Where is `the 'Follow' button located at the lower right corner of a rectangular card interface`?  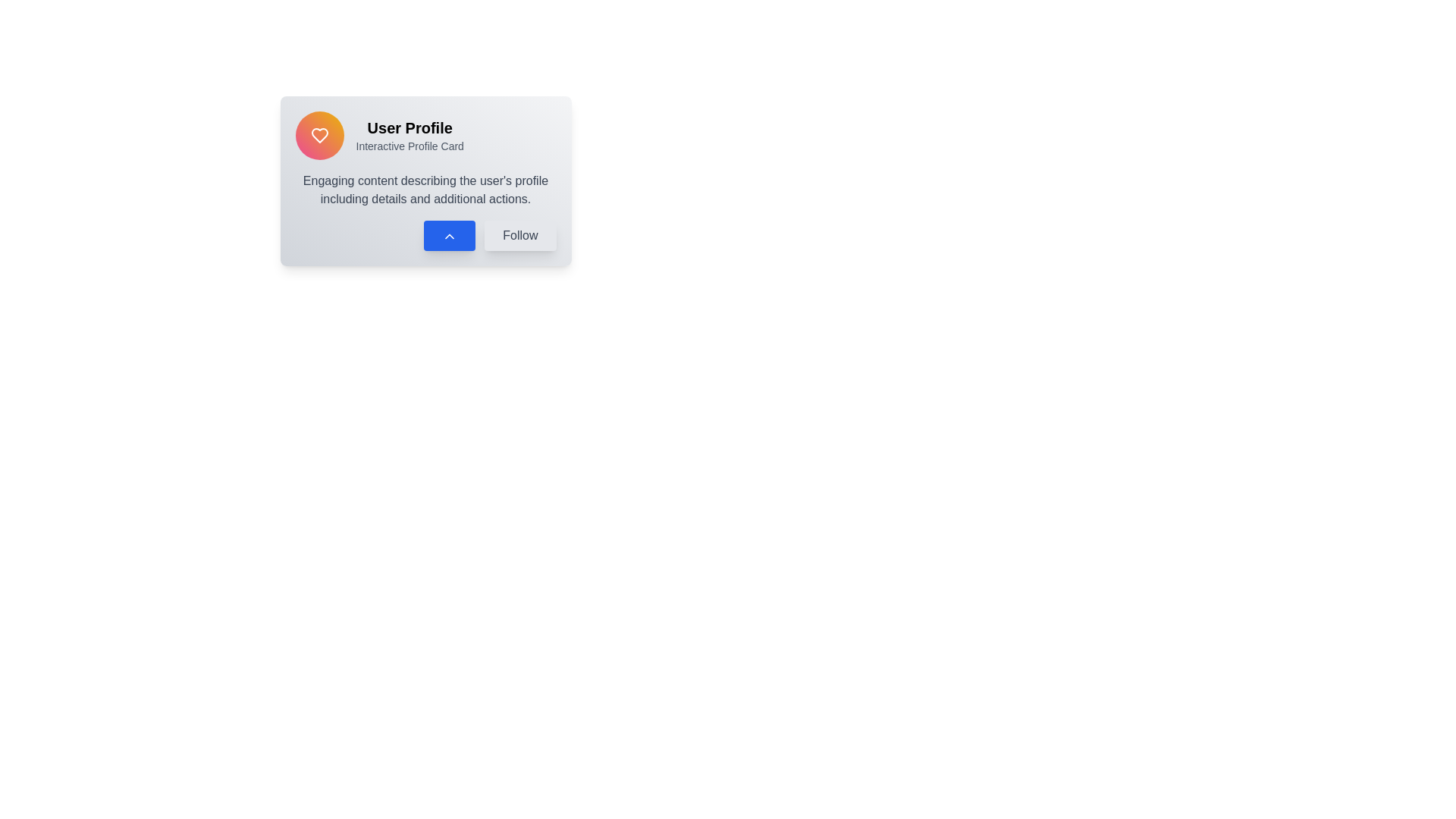
the 'Follow' button located at the lower right corner of a rectangular card interface is located at coordinates (520, 236).